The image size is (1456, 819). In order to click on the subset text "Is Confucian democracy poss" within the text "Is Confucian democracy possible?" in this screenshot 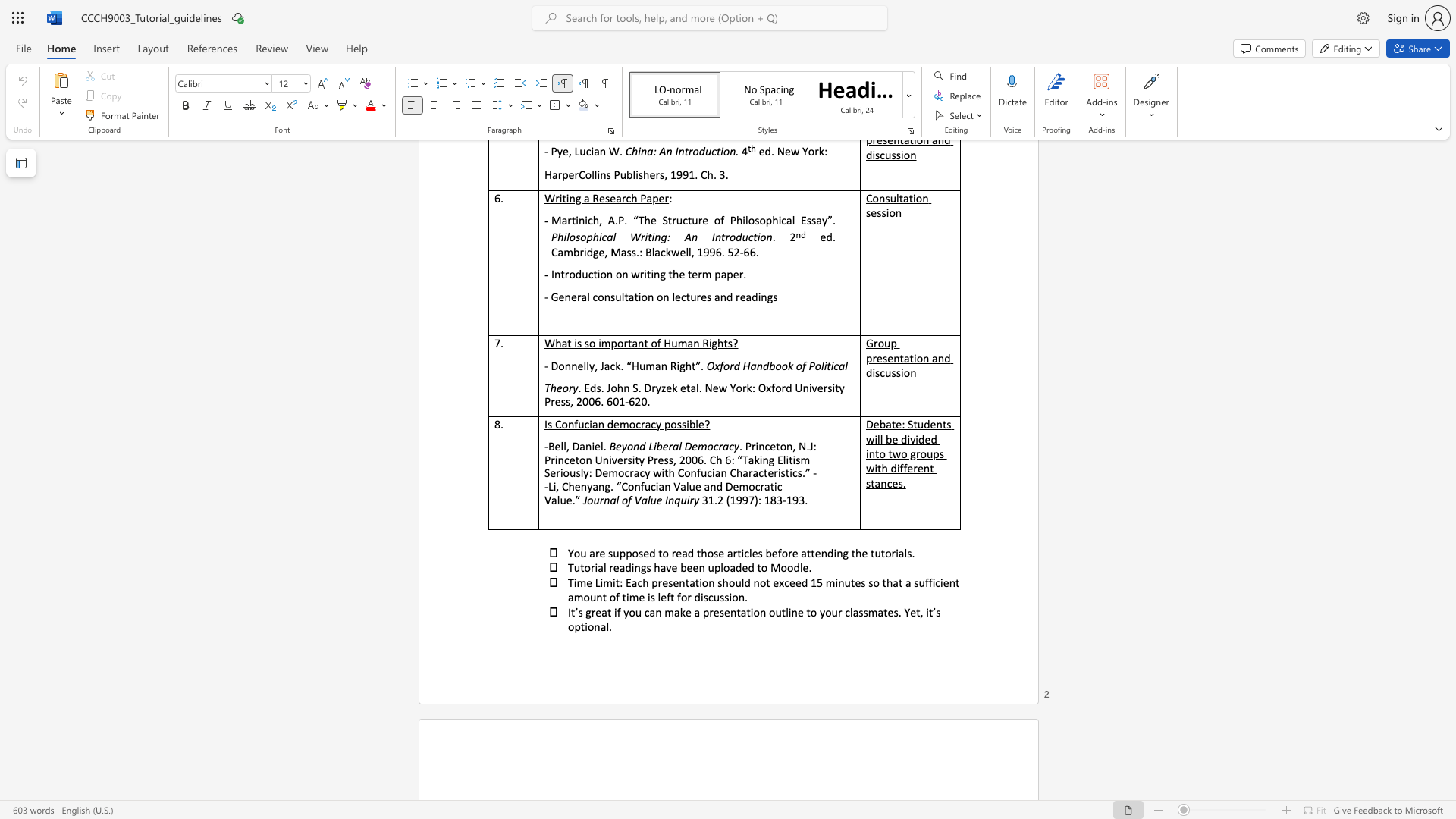, I will do `click(544, 424)`.